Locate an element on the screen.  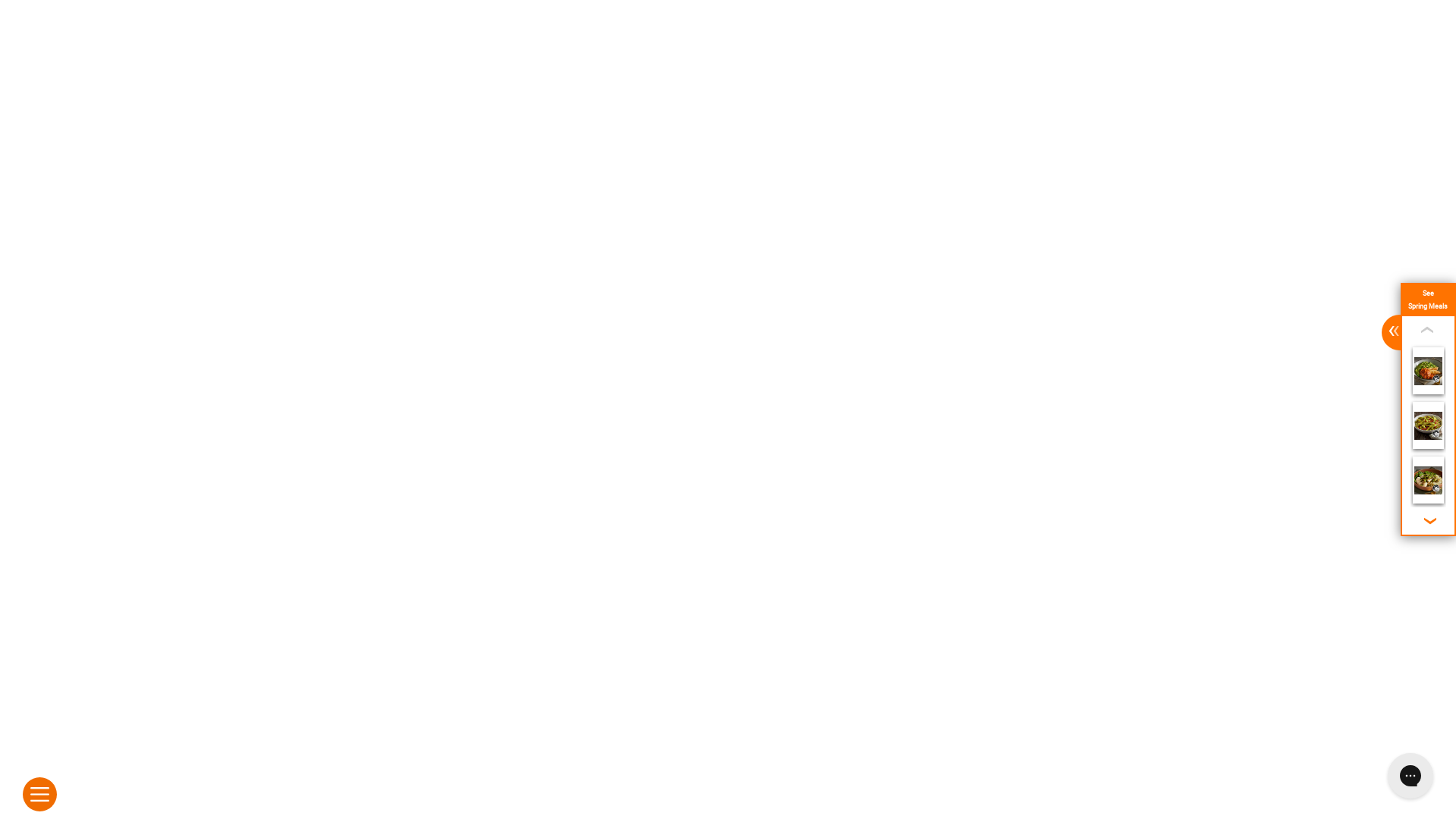
'Gorgias live chat messenger' is located at coordinates (1379, 775).